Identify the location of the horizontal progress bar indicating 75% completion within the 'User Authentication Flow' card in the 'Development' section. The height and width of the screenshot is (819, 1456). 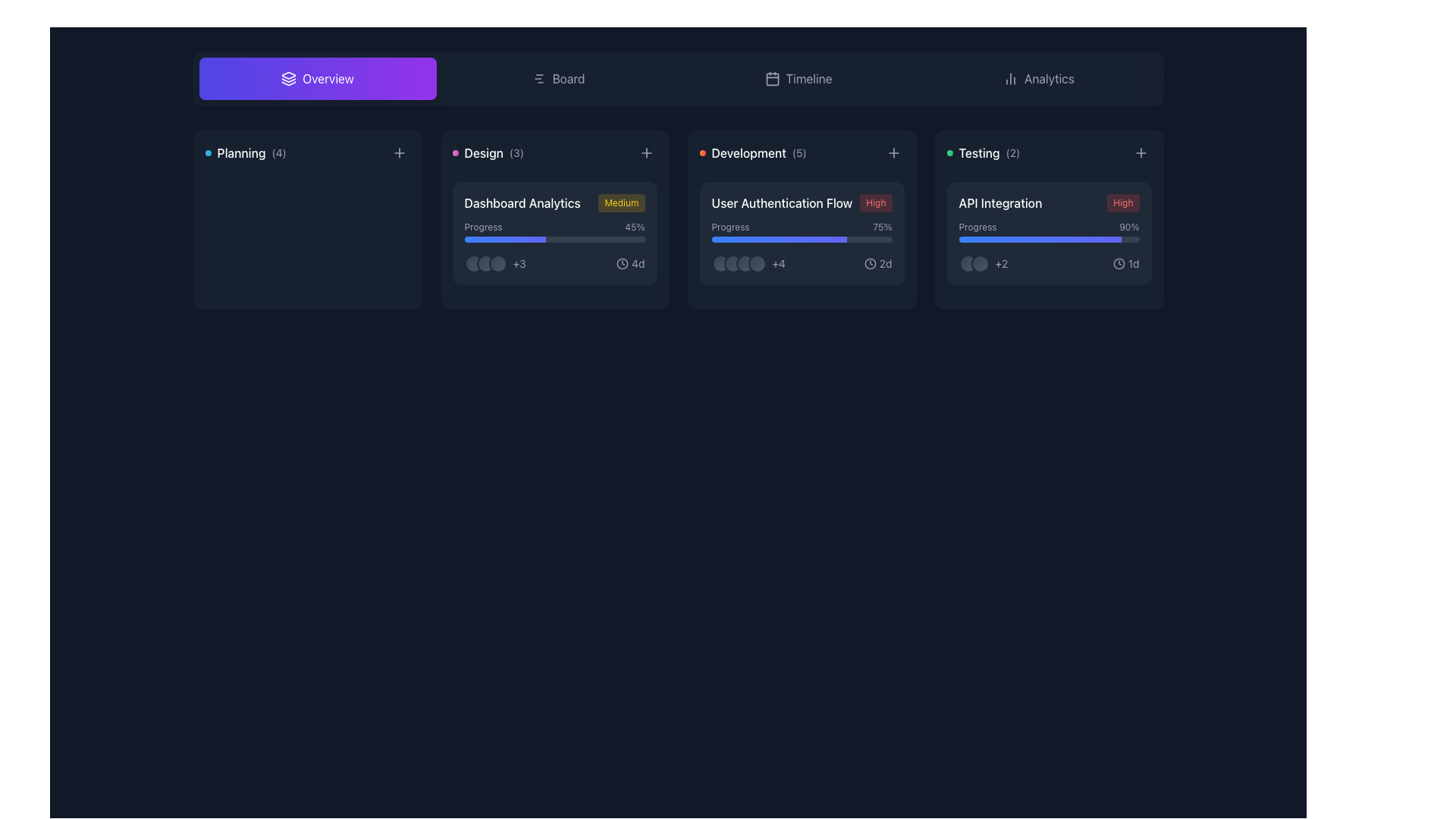
(801, 239).